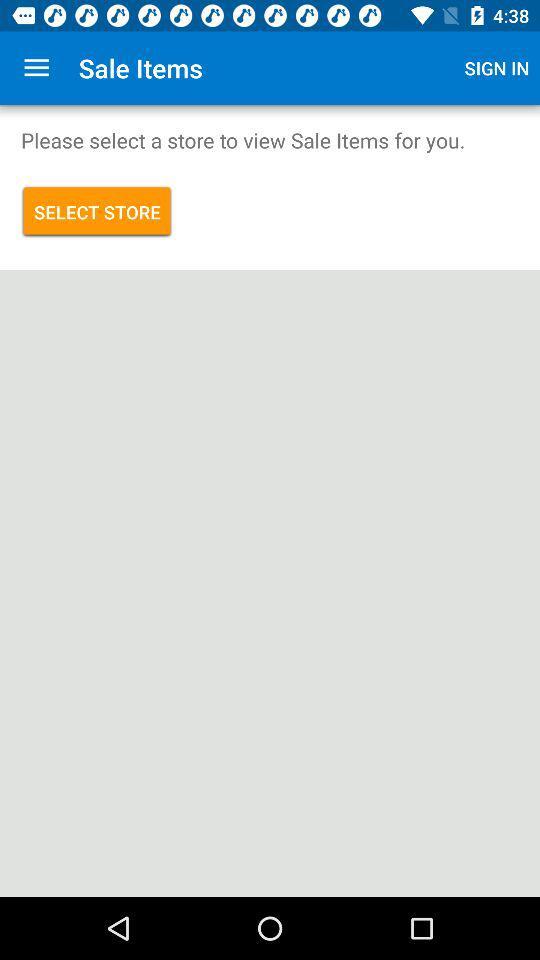 Image resolution: width=540 pixels, height=960 pixels. What do you see at coordinates (36, 68) in the screenshot?
I see `icon to the left of sale items item` at bounding box center [36, 68].